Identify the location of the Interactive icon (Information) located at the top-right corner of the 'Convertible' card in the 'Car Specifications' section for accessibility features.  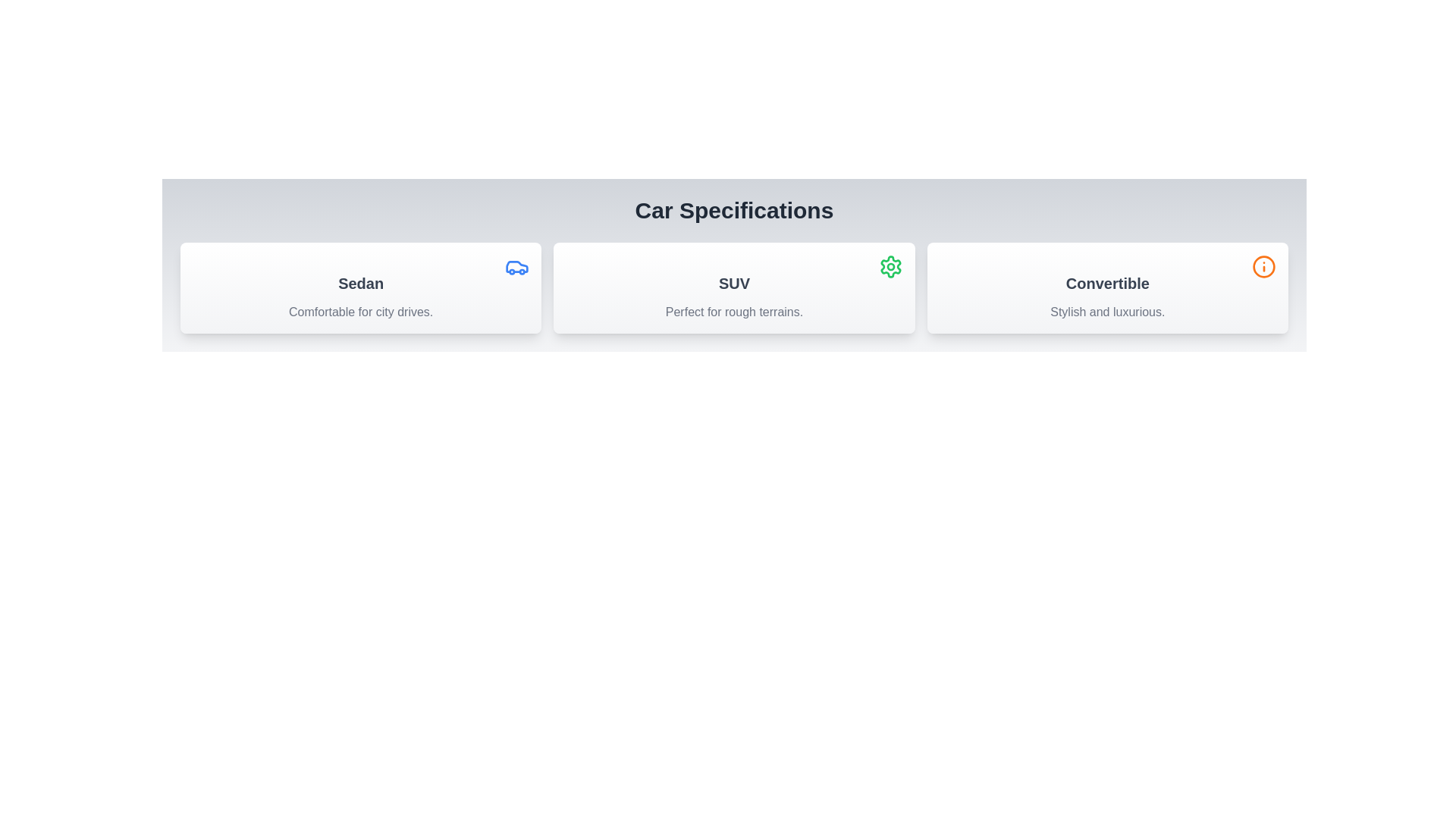
(1263, 265).